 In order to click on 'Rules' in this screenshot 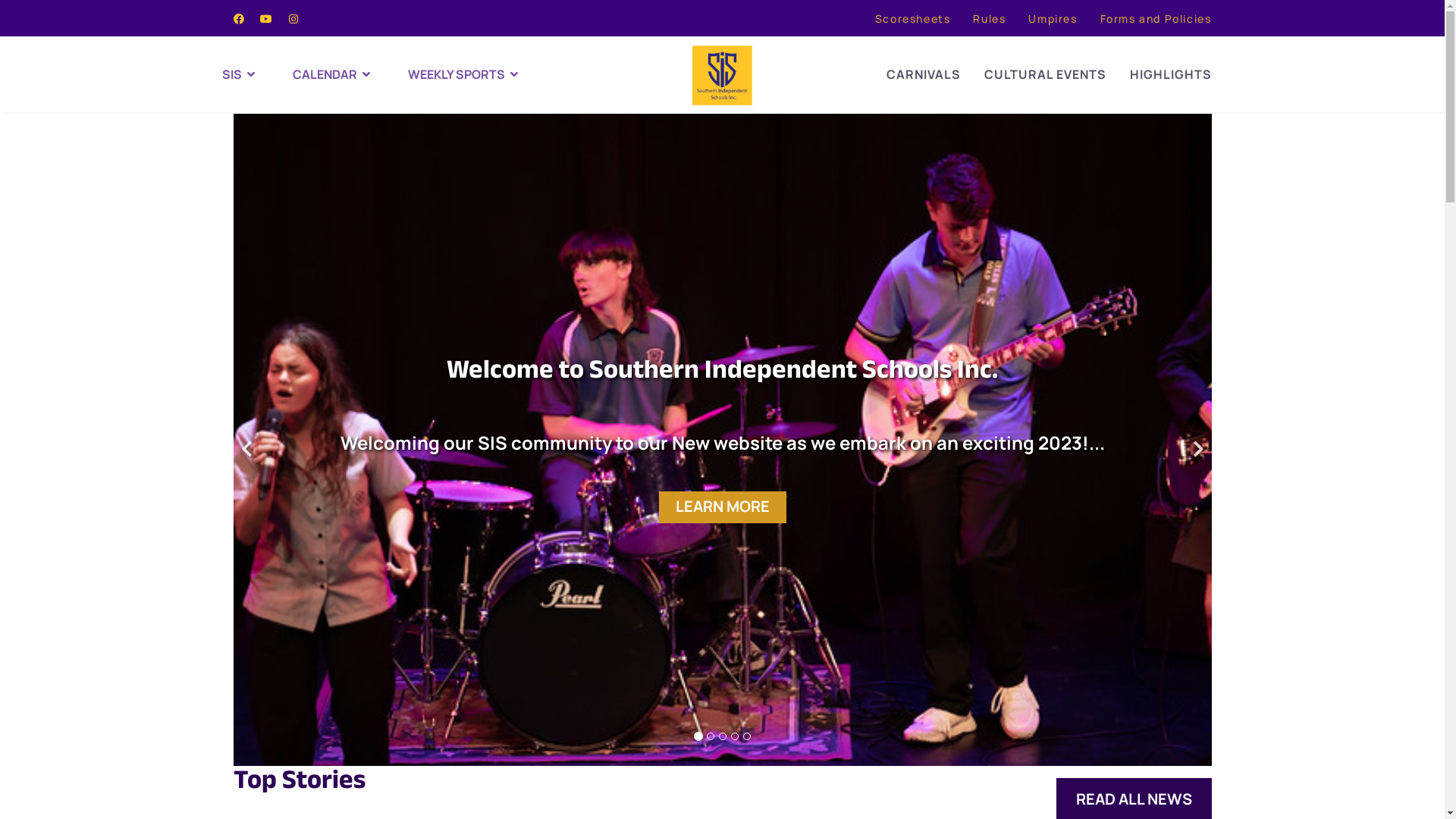, I will do `click(989, 18)`.